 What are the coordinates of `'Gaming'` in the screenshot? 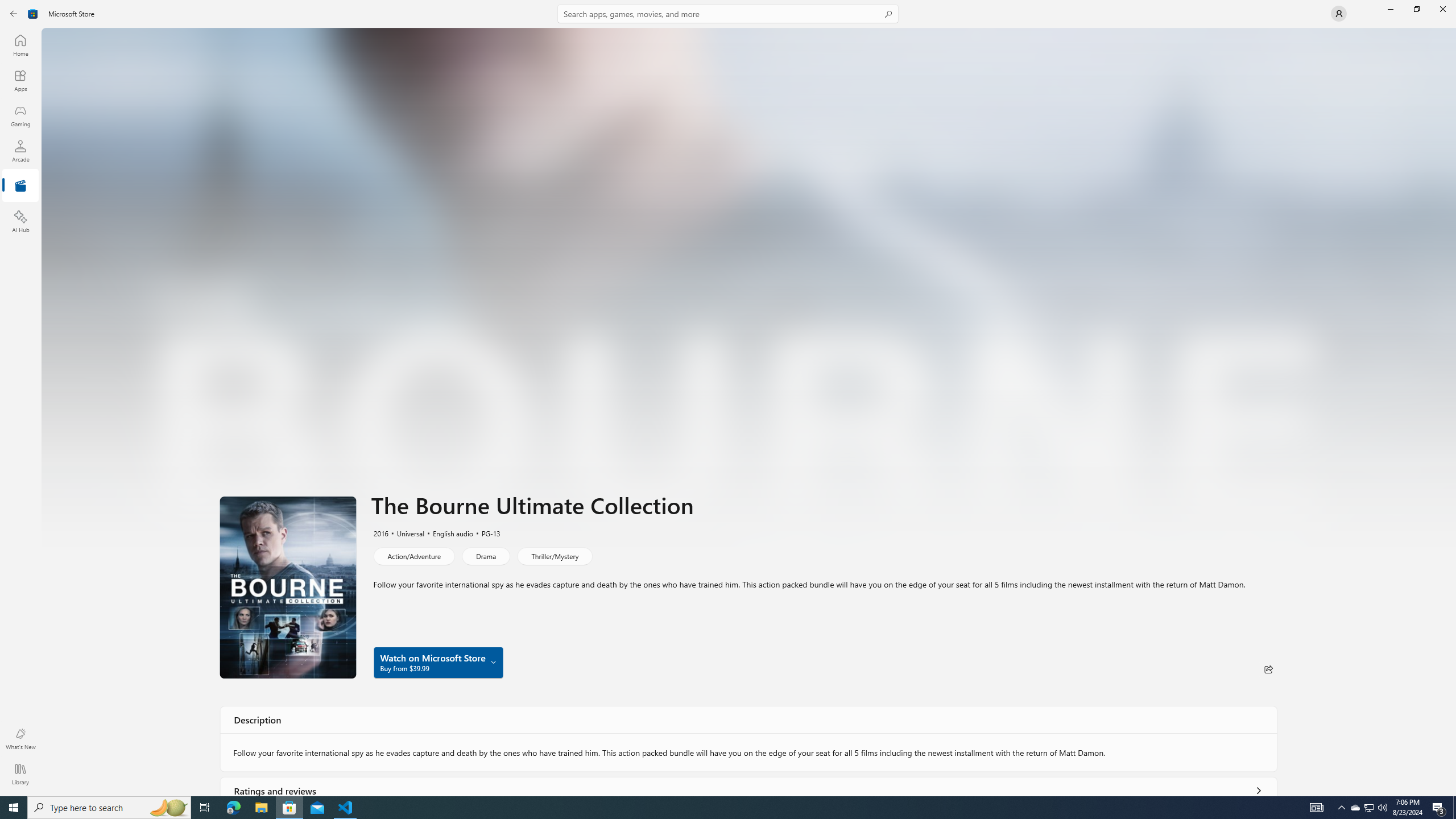 It's located at (19, 115).